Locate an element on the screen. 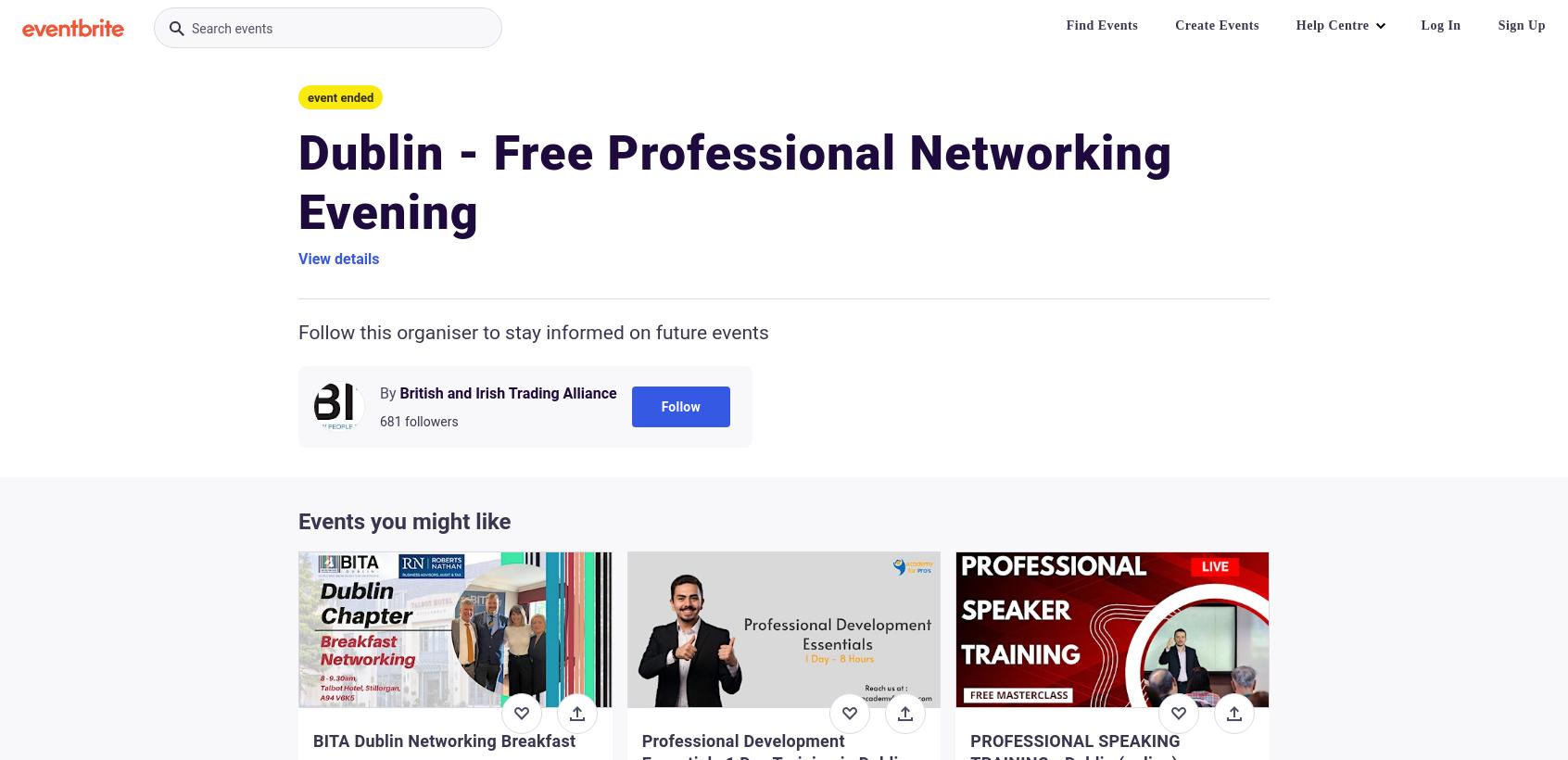 This screenshot has height=760, width=1568. 'British and Irish Trading Alliance' is located at coordinates (508, 392).